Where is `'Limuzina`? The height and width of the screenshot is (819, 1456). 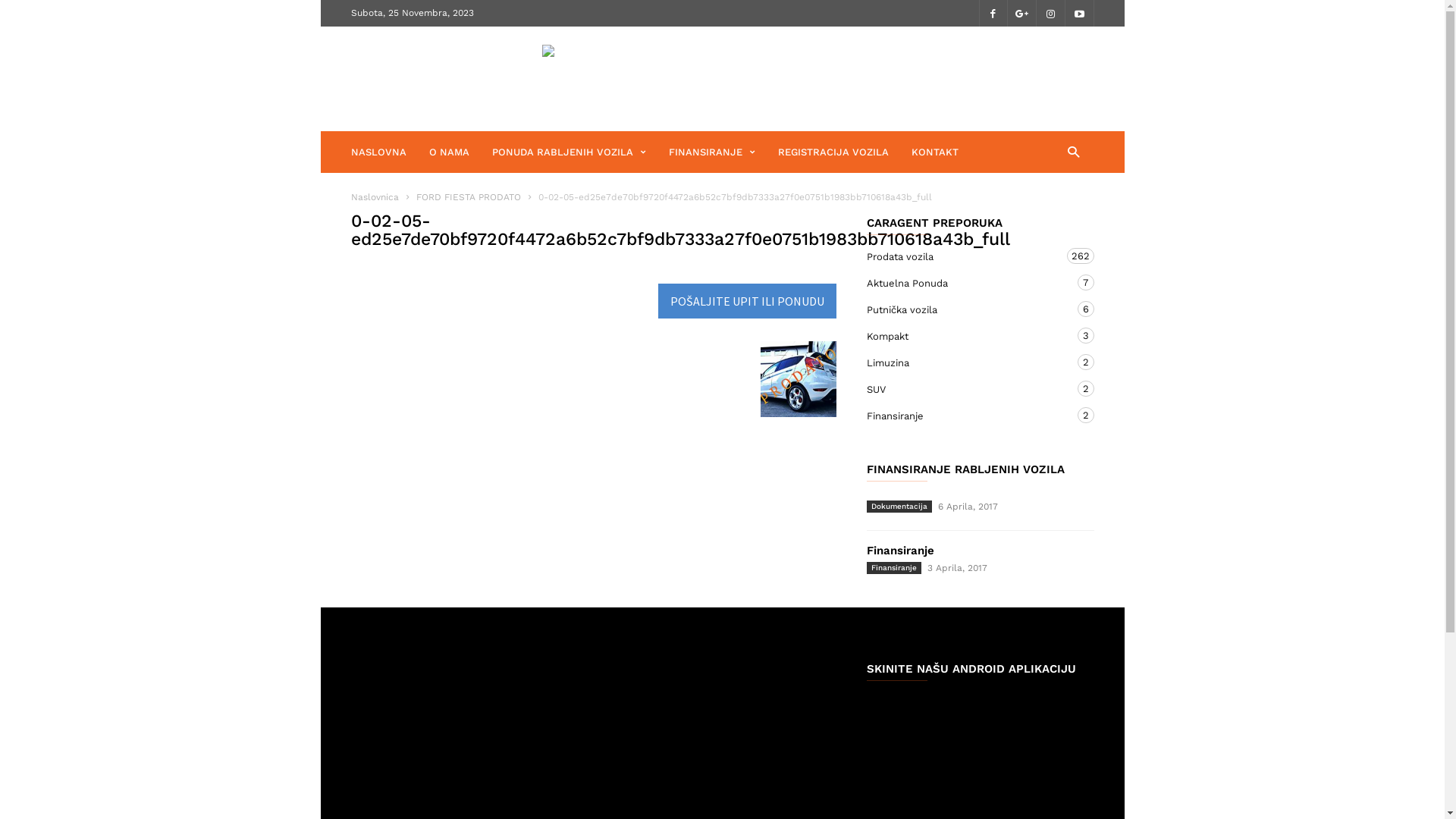 'Limuzina is located at coordinates (964, 362).